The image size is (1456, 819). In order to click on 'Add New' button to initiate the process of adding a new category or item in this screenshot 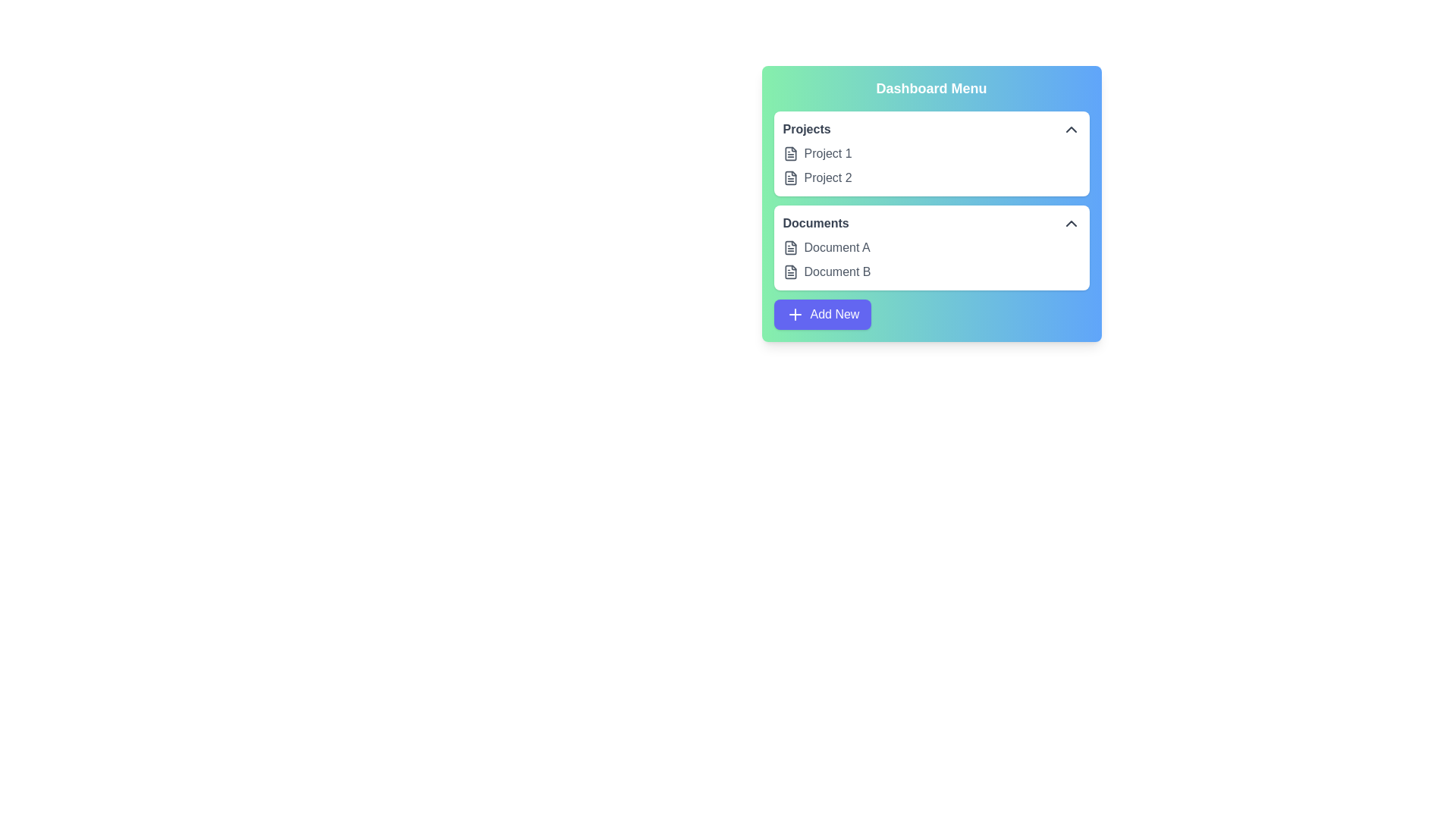, I will do `click(821, 314)`.